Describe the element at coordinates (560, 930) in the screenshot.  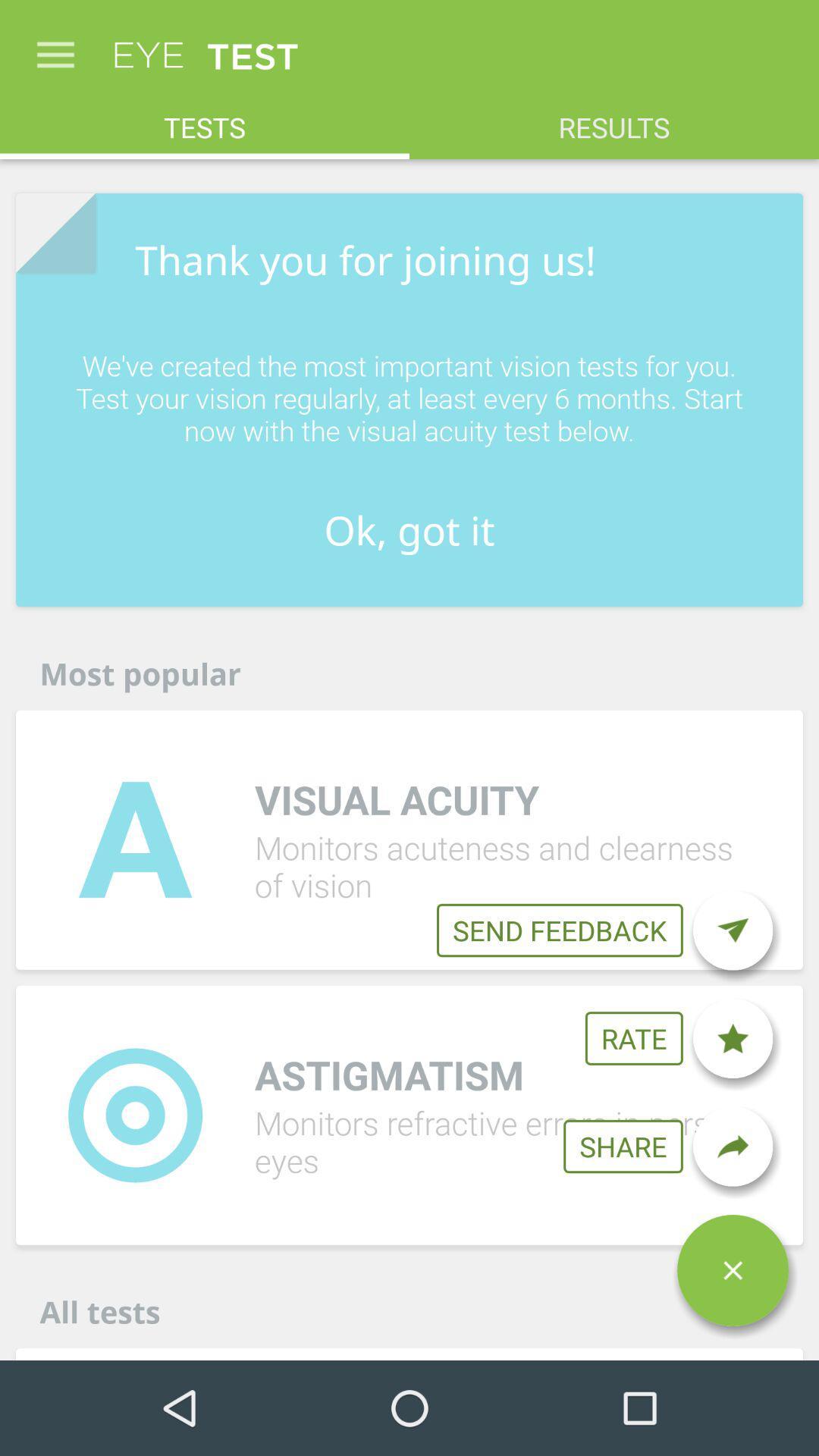
I see `the icon below visual acuity item` at that location.